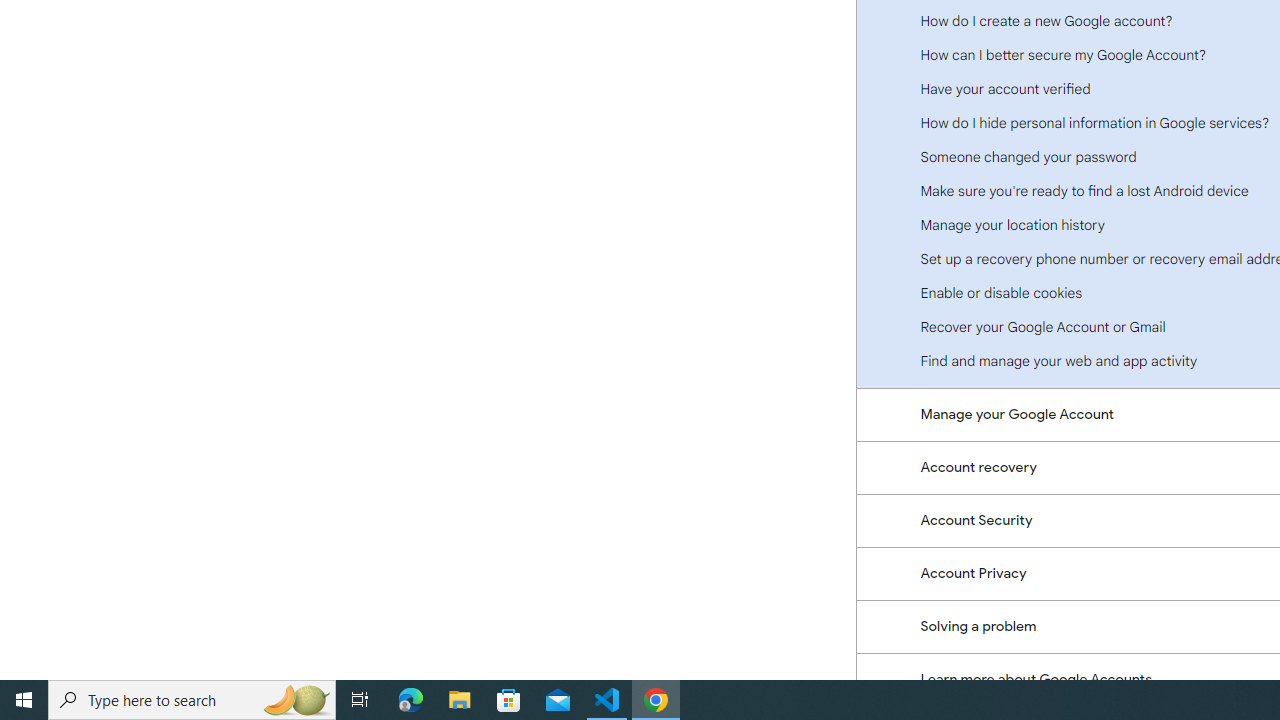 This screenshot has height=720, width=1280. Describe the element at coordinates (24, 698) in the screenshot. I see `'Start'` at that location.